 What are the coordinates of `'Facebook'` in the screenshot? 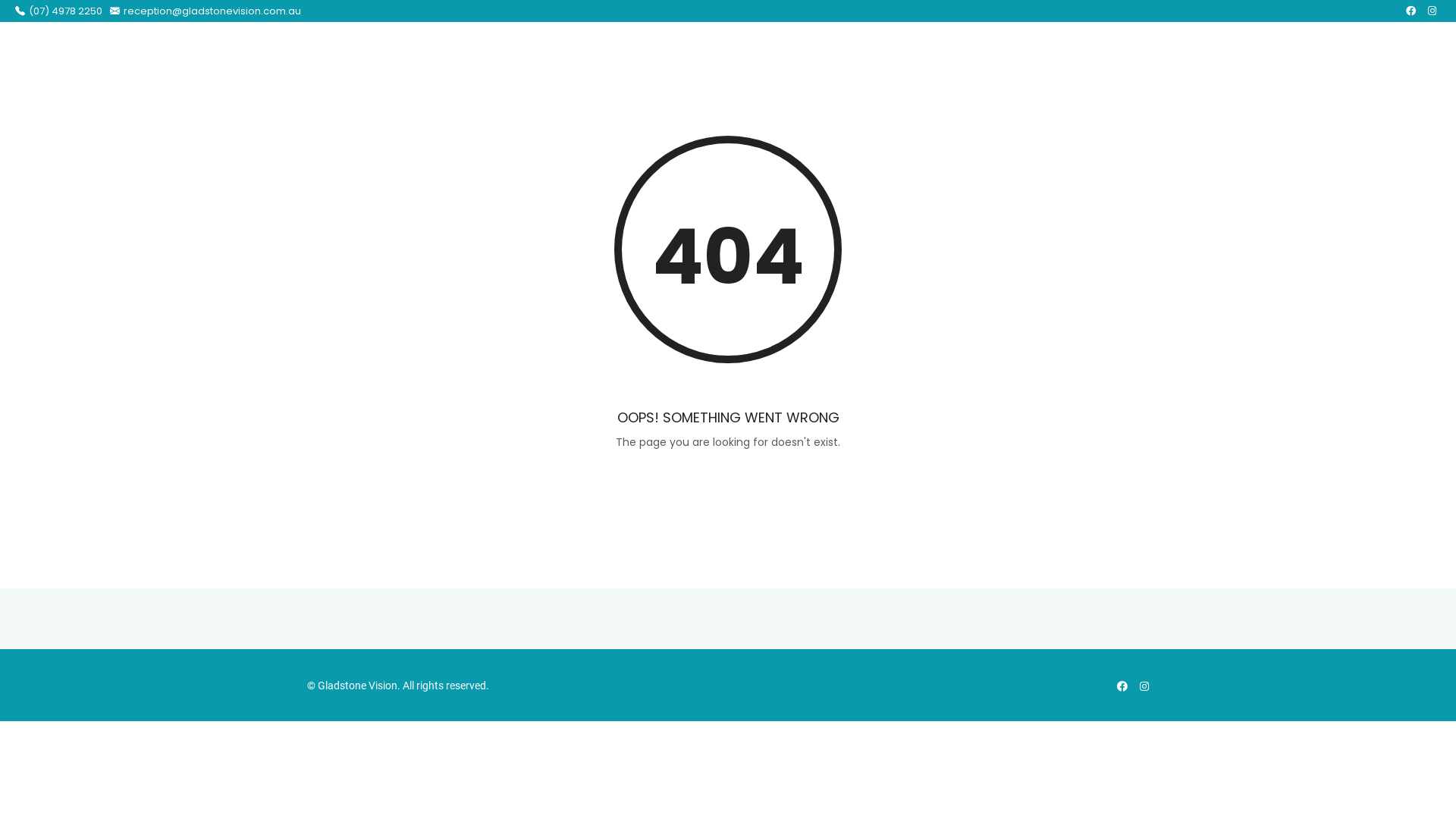 It's located at (1122, 685).